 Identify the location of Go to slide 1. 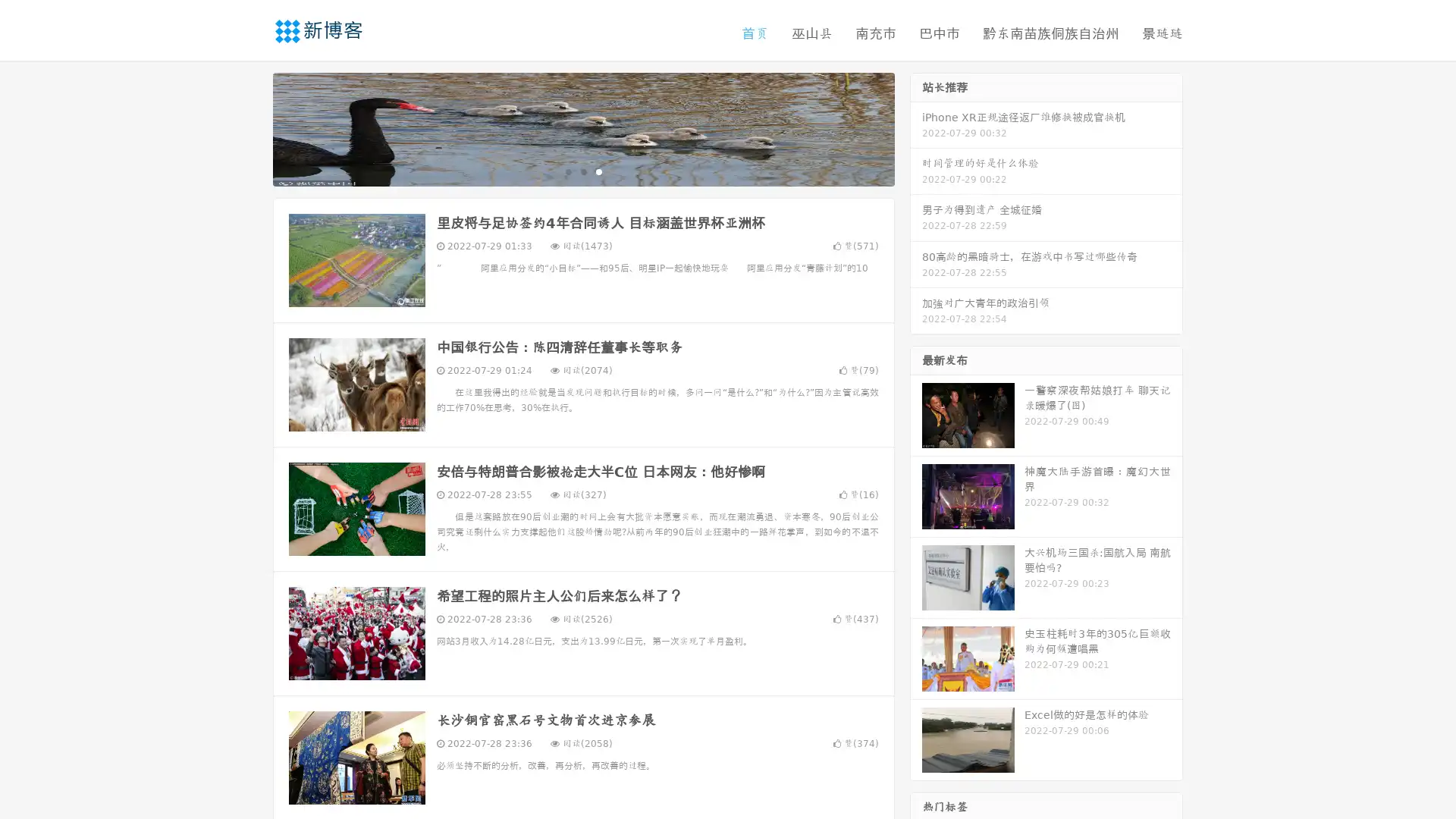
(567, 171).